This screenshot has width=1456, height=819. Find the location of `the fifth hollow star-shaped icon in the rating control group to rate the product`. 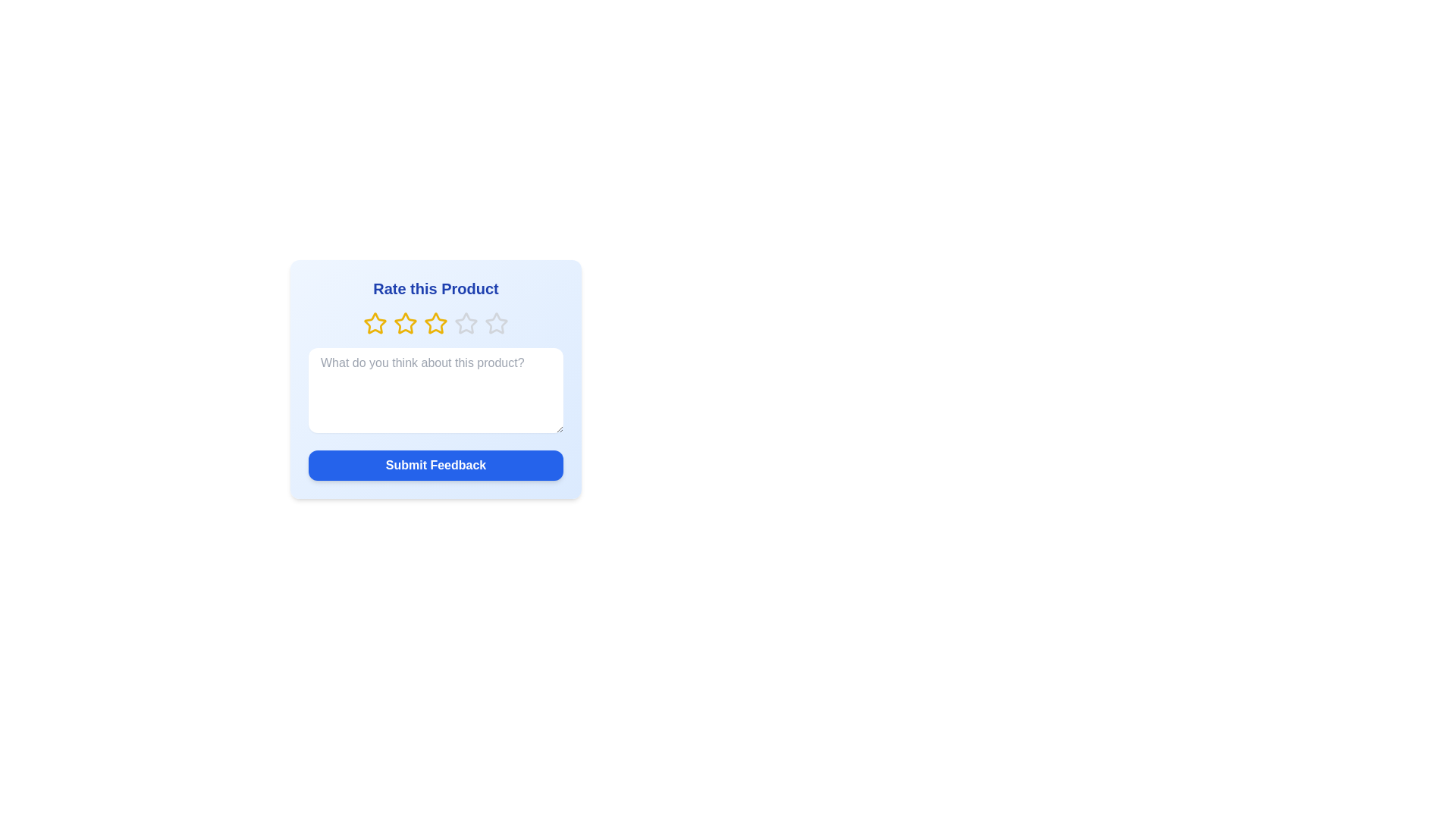

the fifth hollow star-shaped icon in the rating control group to rate the product is located at coordinates (495, 322).